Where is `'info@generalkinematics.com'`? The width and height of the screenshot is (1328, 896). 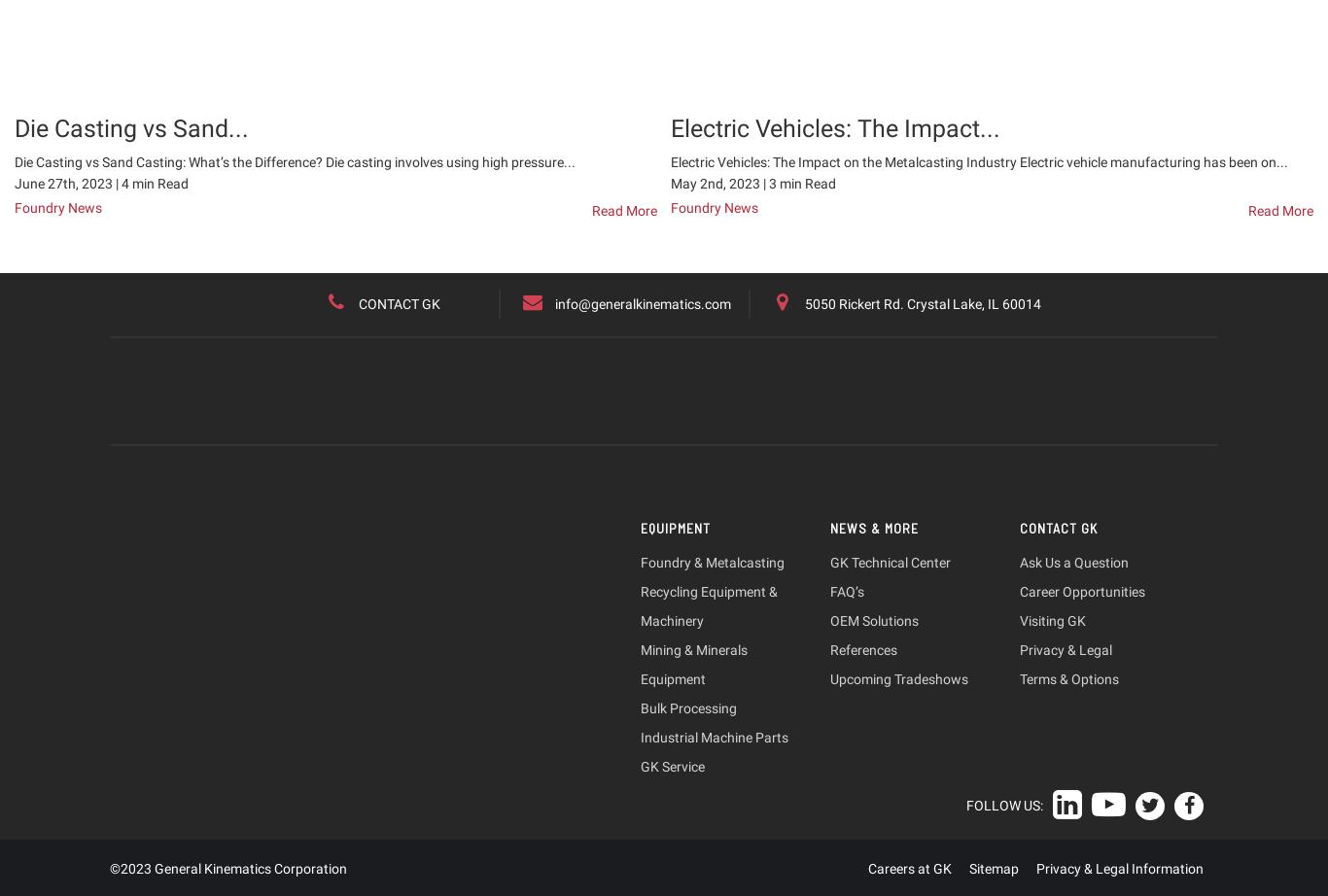
'info@generalkinematics.com' is located at coordinates (641, 302).